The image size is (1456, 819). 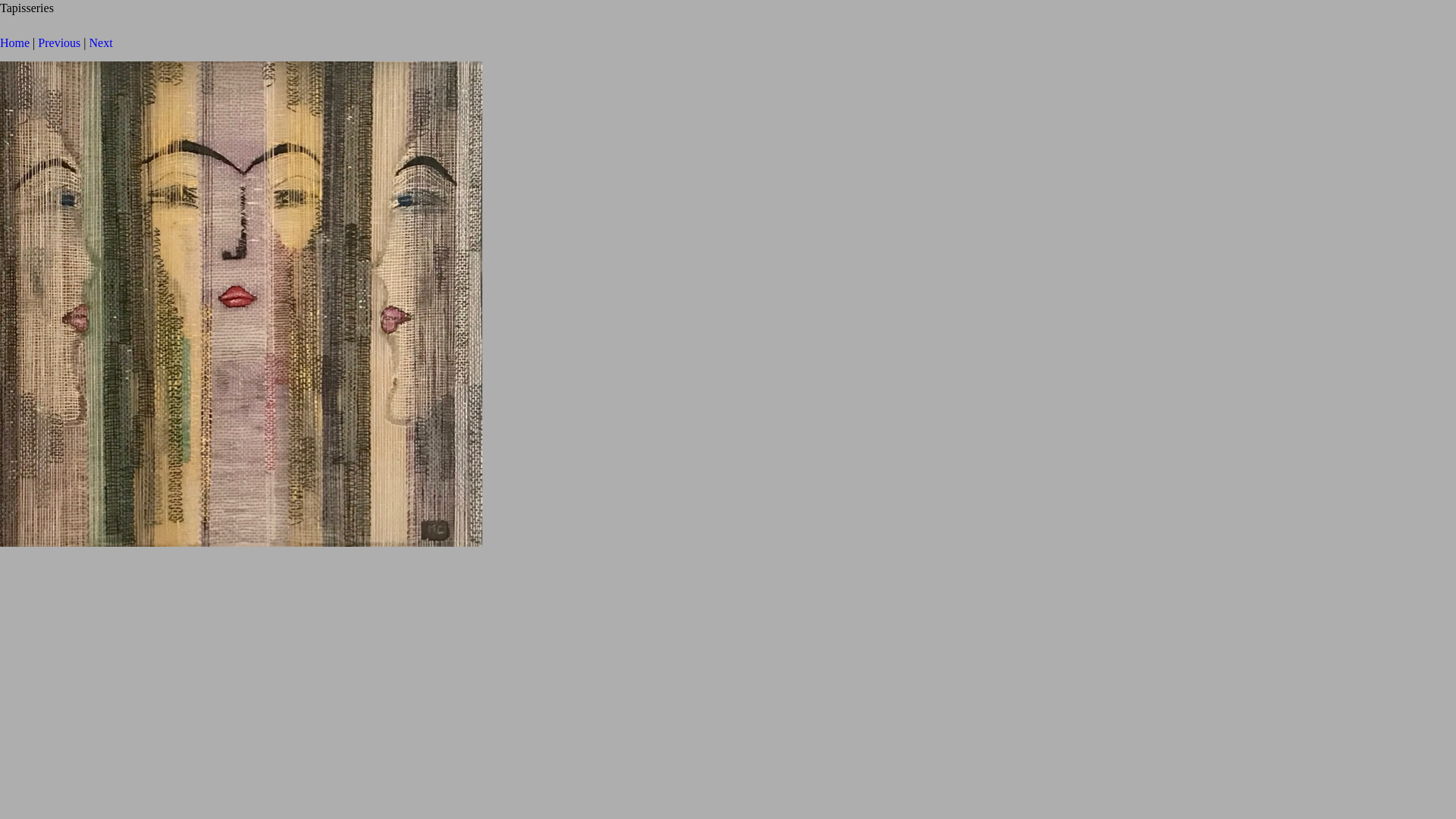 I want to click on 'Previous', so click(x=58, y=42).